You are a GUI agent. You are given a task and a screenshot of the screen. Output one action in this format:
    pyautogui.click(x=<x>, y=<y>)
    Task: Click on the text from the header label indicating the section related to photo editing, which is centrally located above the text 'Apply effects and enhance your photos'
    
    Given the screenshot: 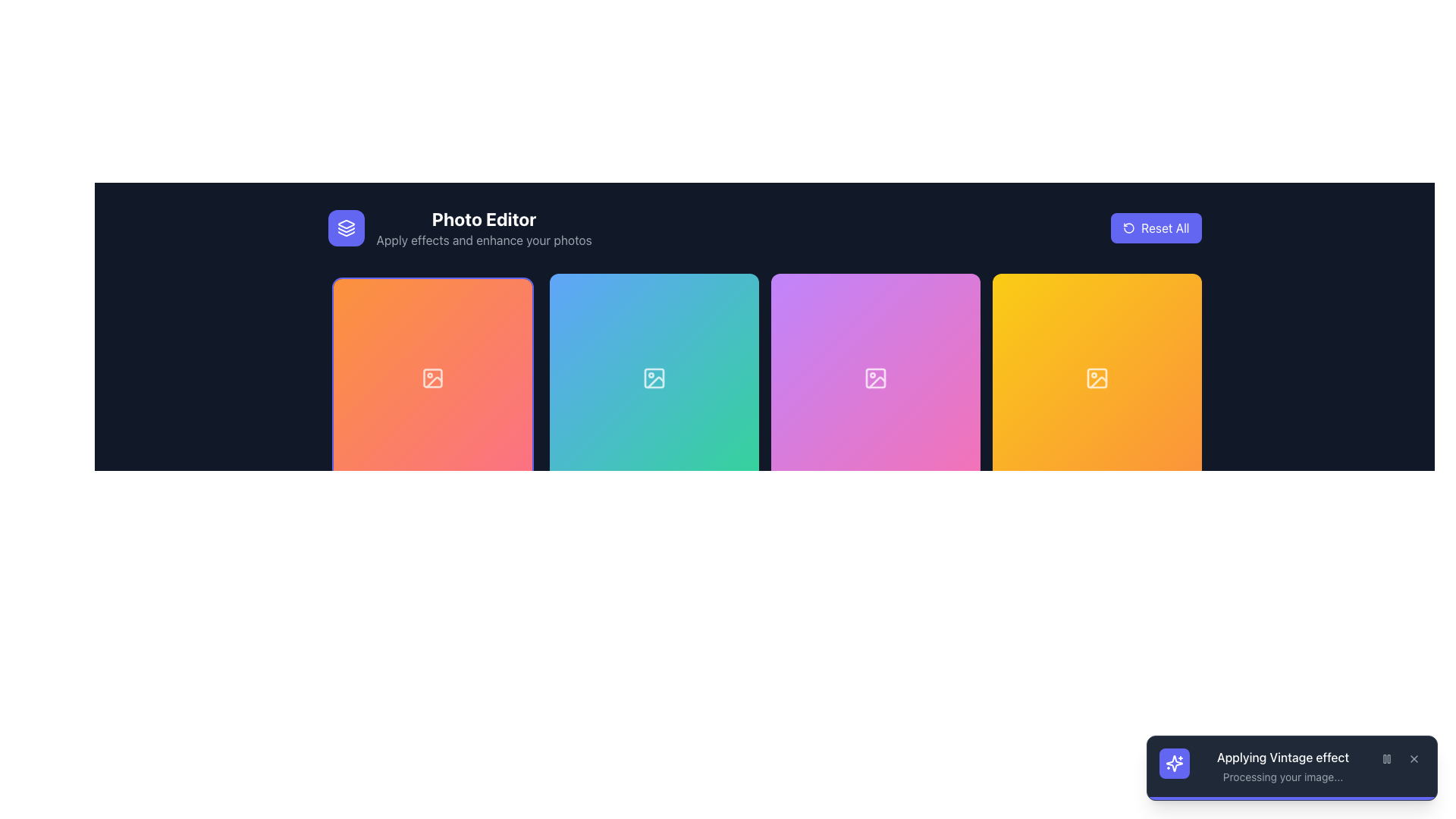 What is the action you would take?
    pyautogui.click(x=483, y=219)
    